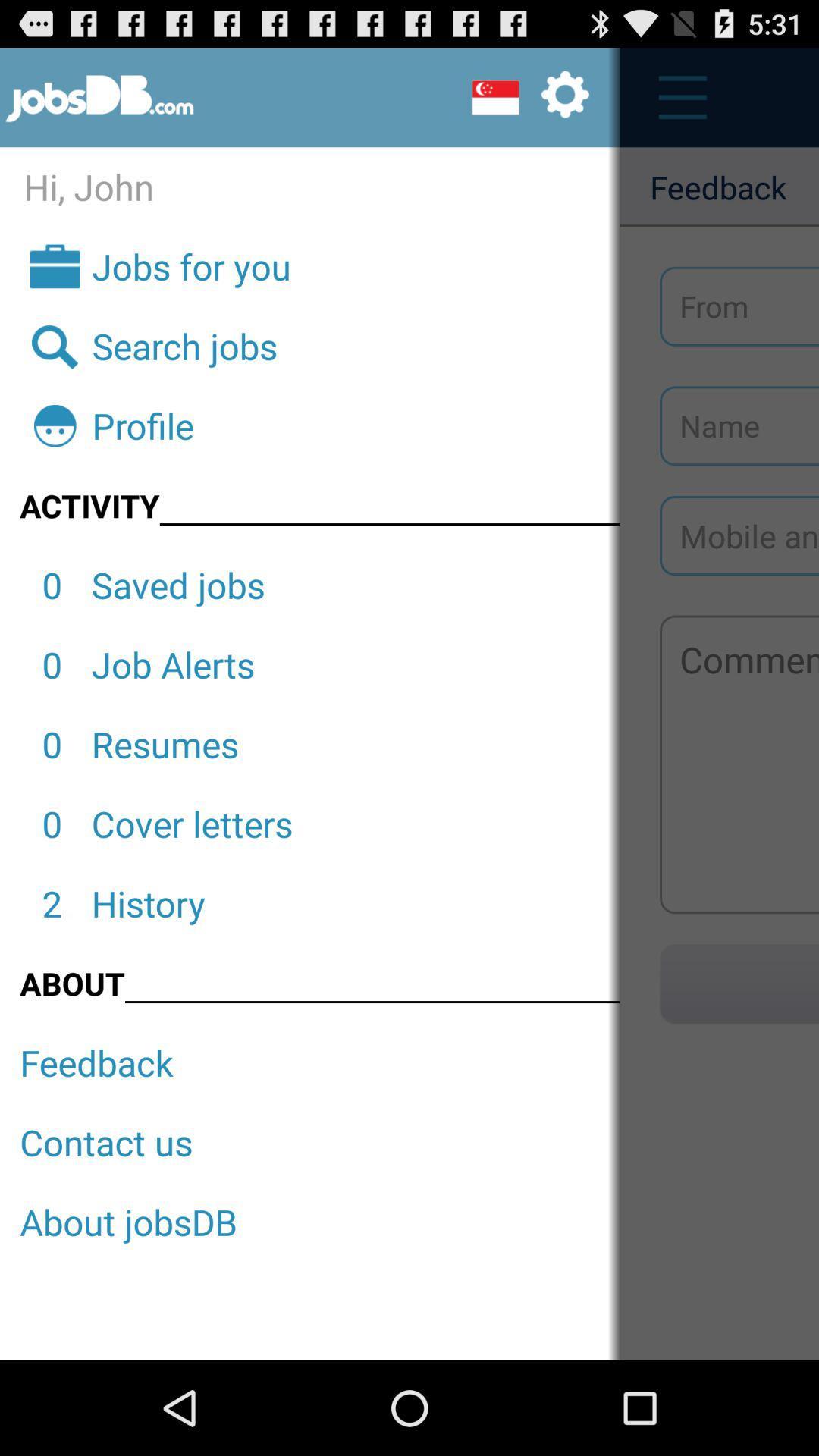 This screenshot has height=1456, width=819. What do you see at coordinates (529, 96) in the screenshot?
I see `open settings` at bounding box center [529, 96].